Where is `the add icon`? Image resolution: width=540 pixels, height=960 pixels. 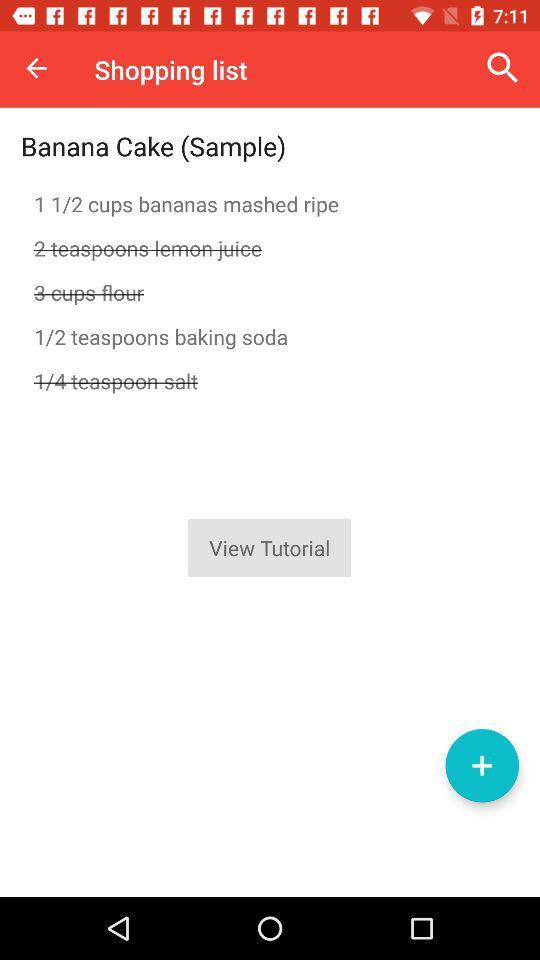
the add icon is located at coordinates (481, 764).